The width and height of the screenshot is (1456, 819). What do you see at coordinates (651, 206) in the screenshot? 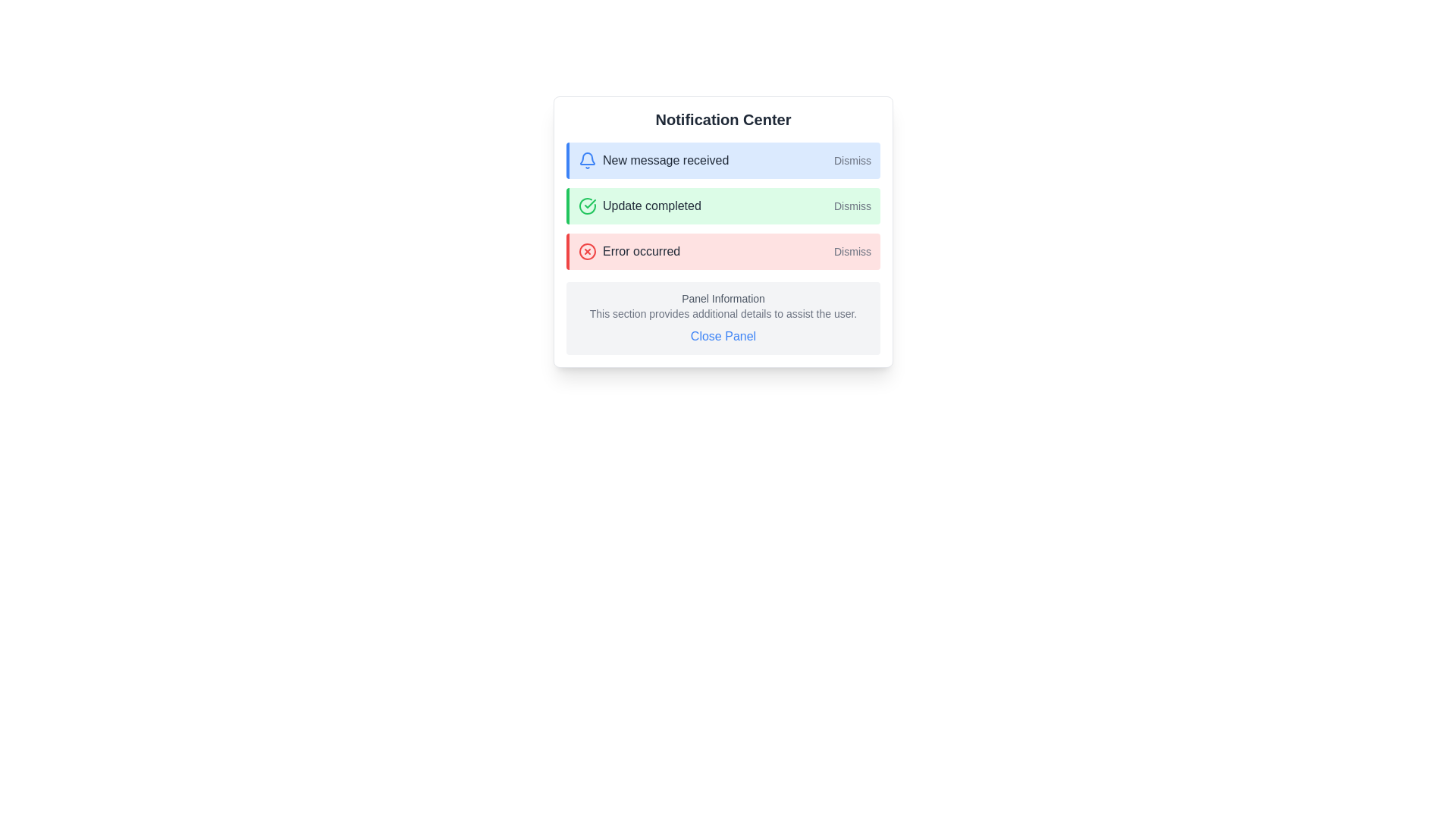
I see `the 'Update completed' text label located centrally within the second notification card in the 'Notification Center', positioned between a green check-circle icon and the 'Dismiss' button` at bounding box center [651, 206].